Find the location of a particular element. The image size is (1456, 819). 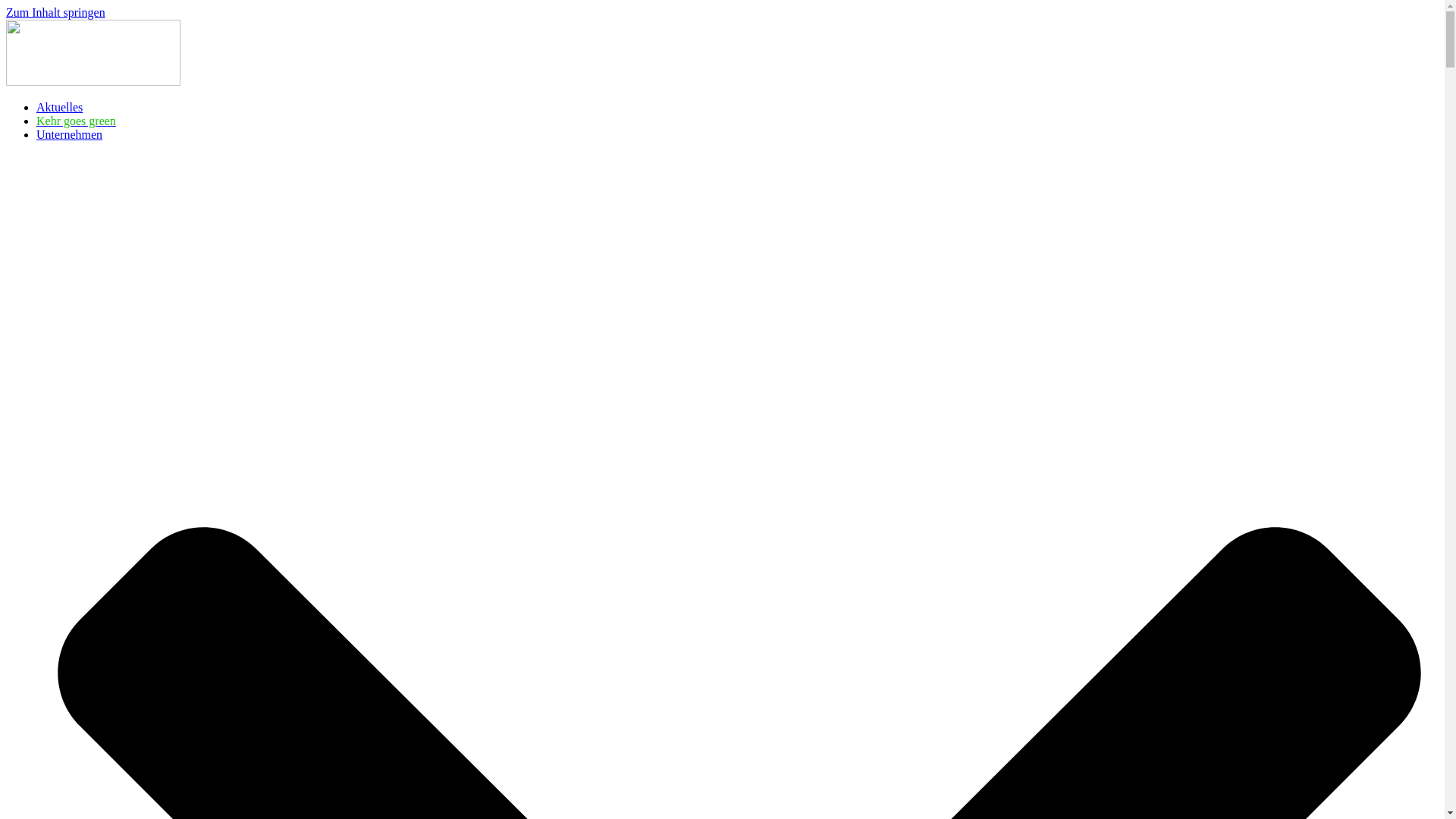

'Aktuelles' is located at coordinates (59, 106).